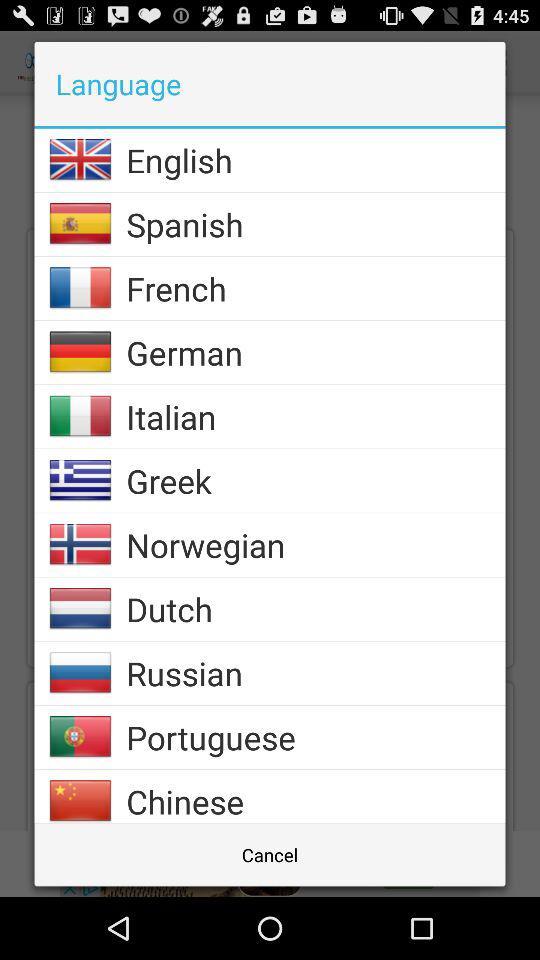  What do you see at coordinates (270, 853) in the screenshot?
I see `cancel button` at bounding box center [270, 853].